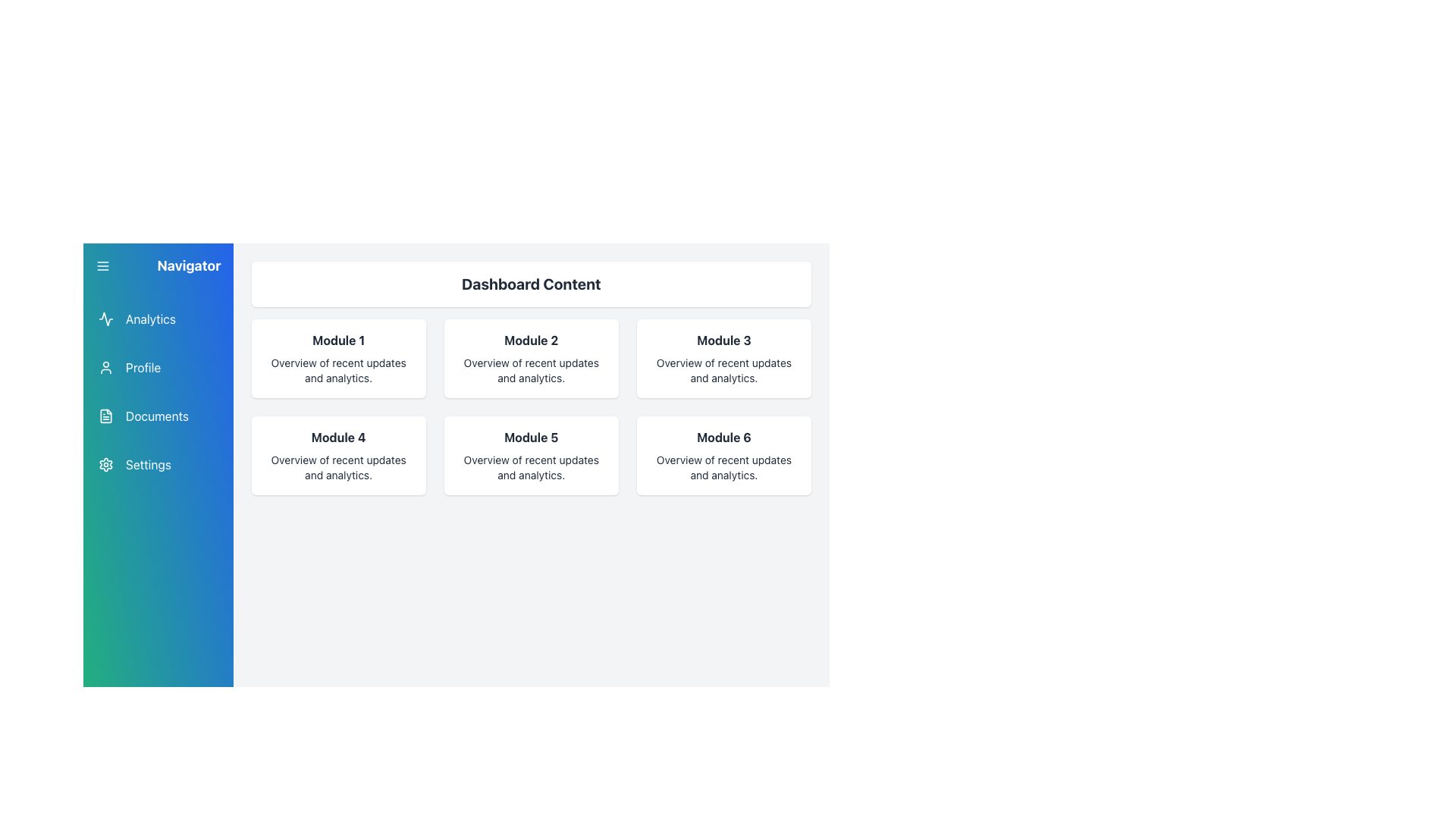  Describe the element at coordinates (105, 416) in the screenshot. I see `the 'Documents' icon located in the vertical navigation bar` at that location.